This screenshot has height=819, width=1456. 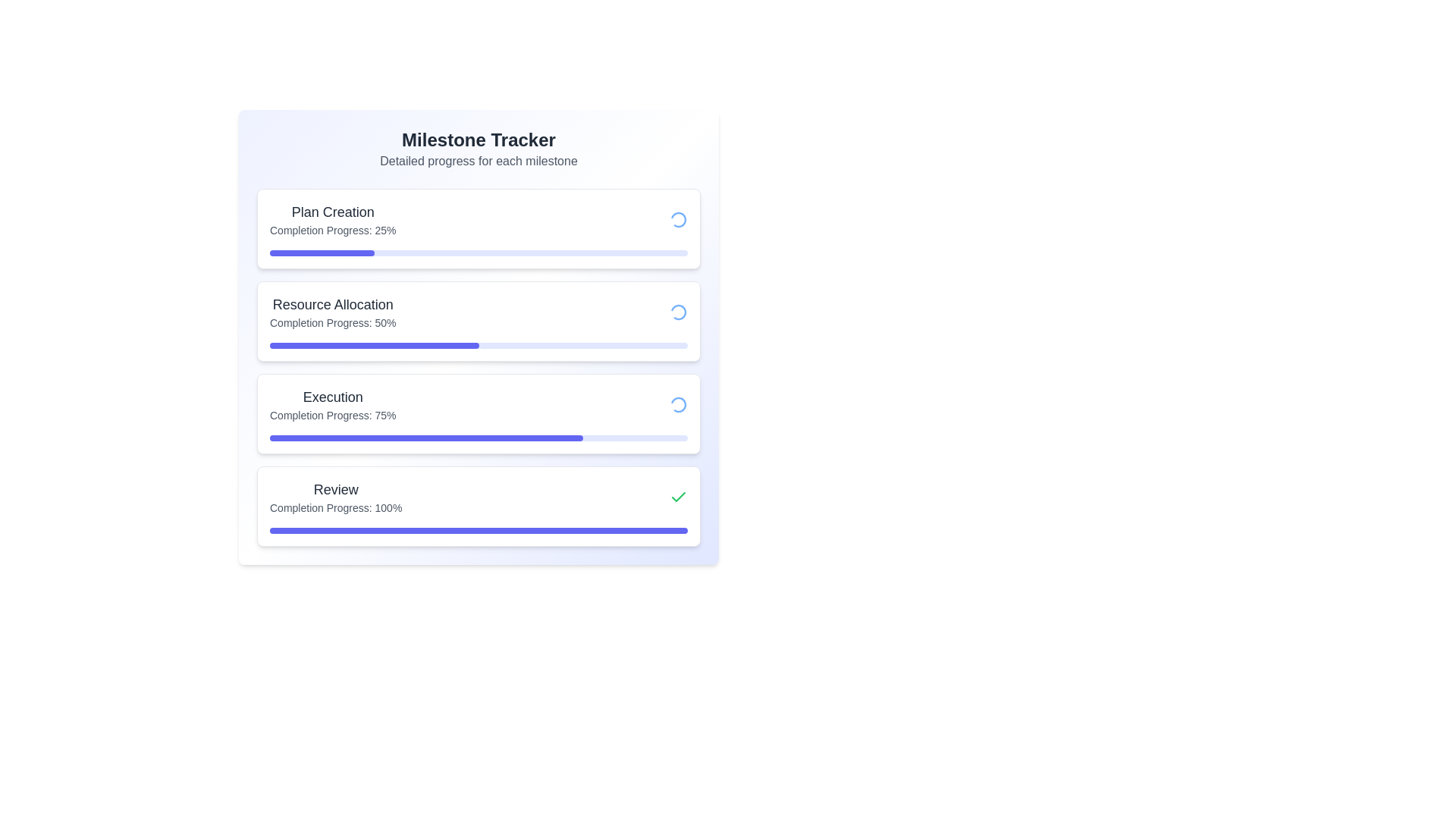 What do you see at coordinates (332, 322) in the screenshot?
I see `the text label indicating that the 'Resource Allocation' milestone is 50% complete, located below the section title in the top-right quadrant` at bounding box center [332, 322].